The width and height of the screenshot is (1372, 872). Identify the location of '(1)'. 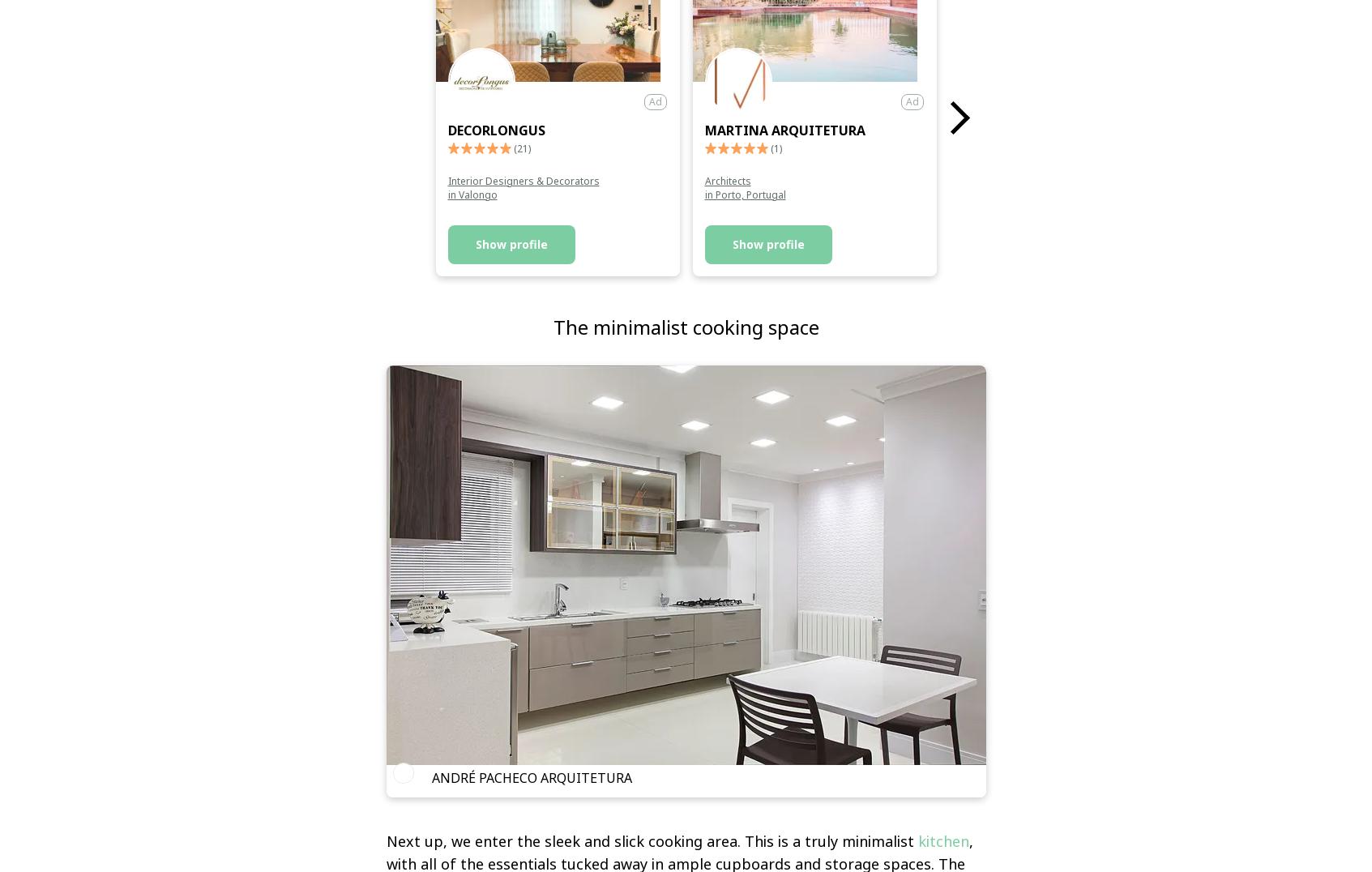
(775, 147).